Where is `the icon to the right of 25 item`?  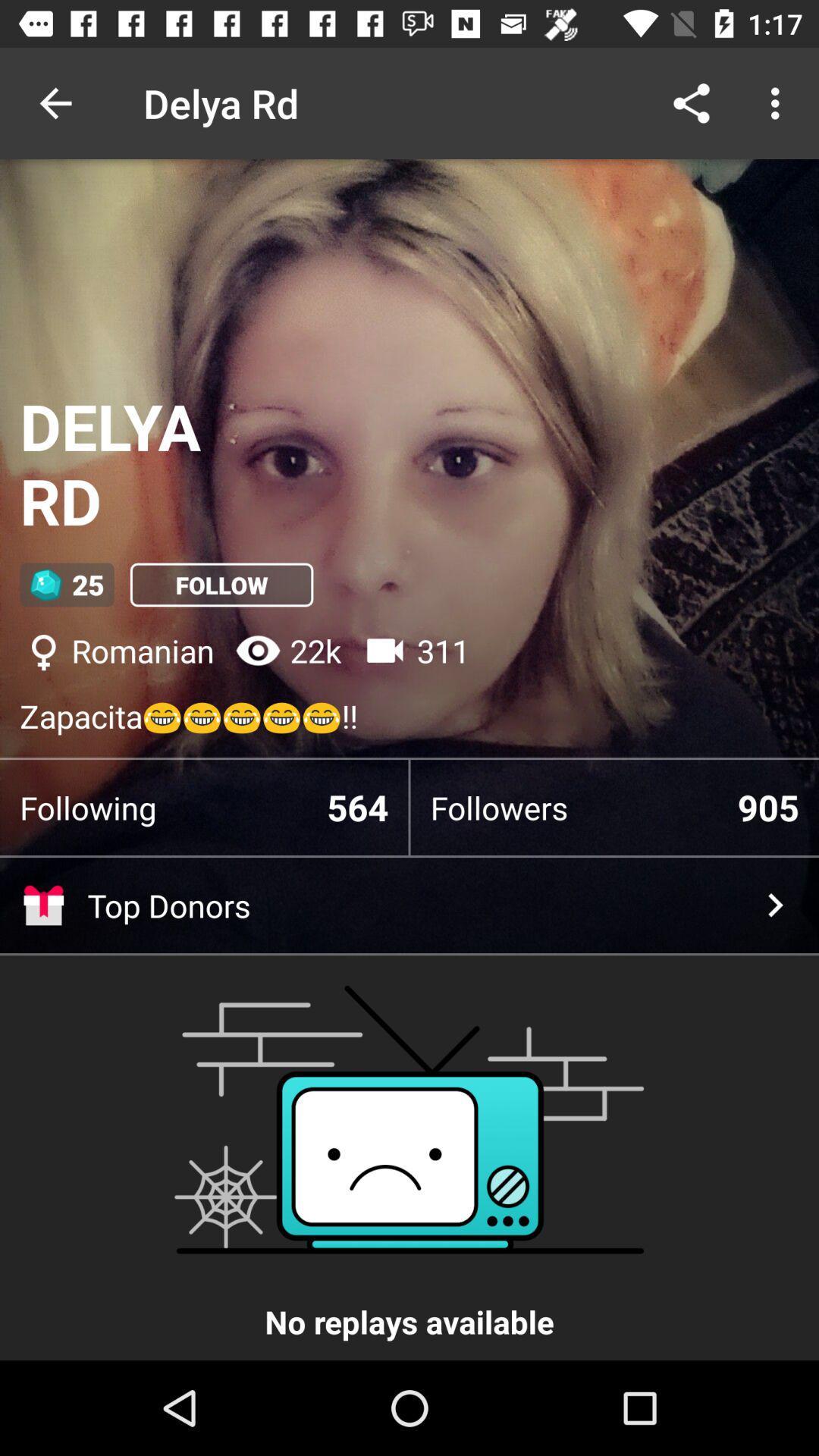 the icon to the right of 25 item is located at coordinates (221, 584).